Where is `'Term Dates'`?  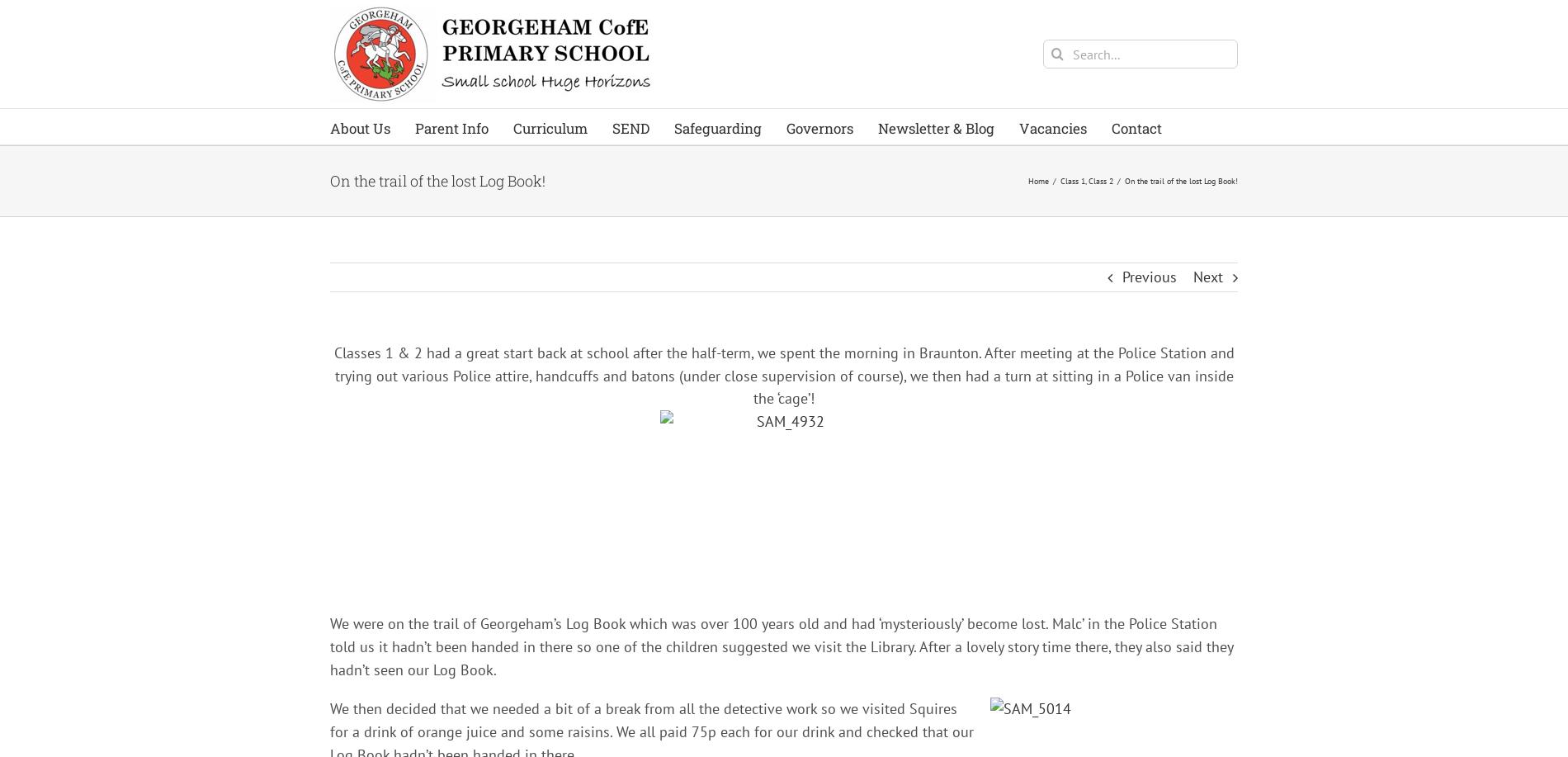 'Term Dates' is located at coordinates (459, 265).